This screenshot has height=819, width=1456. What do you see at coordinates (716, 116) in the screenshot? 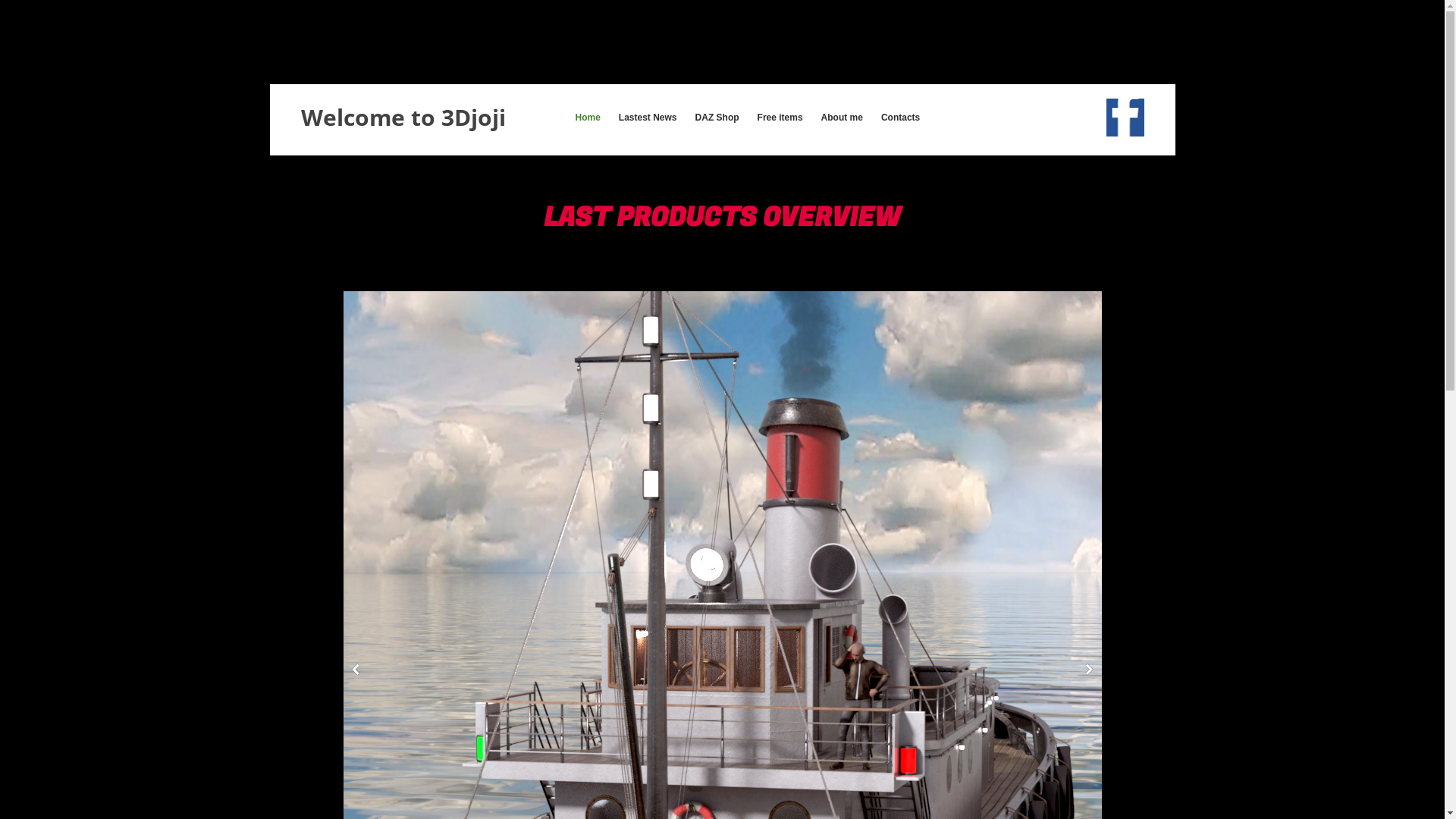
I see `'DAZ Shop'` at bounding box center [716, 116].